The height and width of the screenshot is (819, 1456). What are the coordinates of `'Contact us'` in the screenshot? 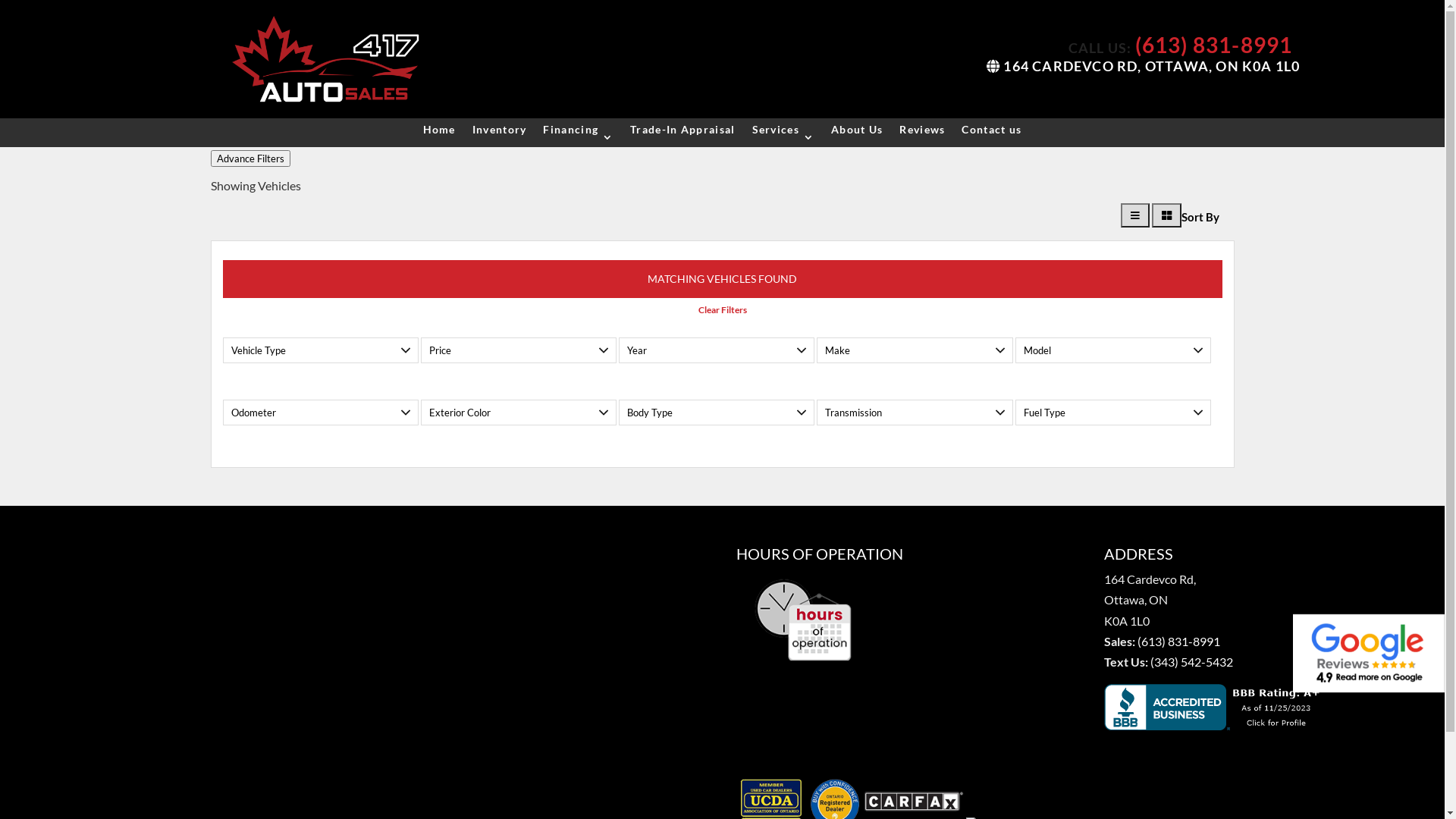 It's located at (991, 131).